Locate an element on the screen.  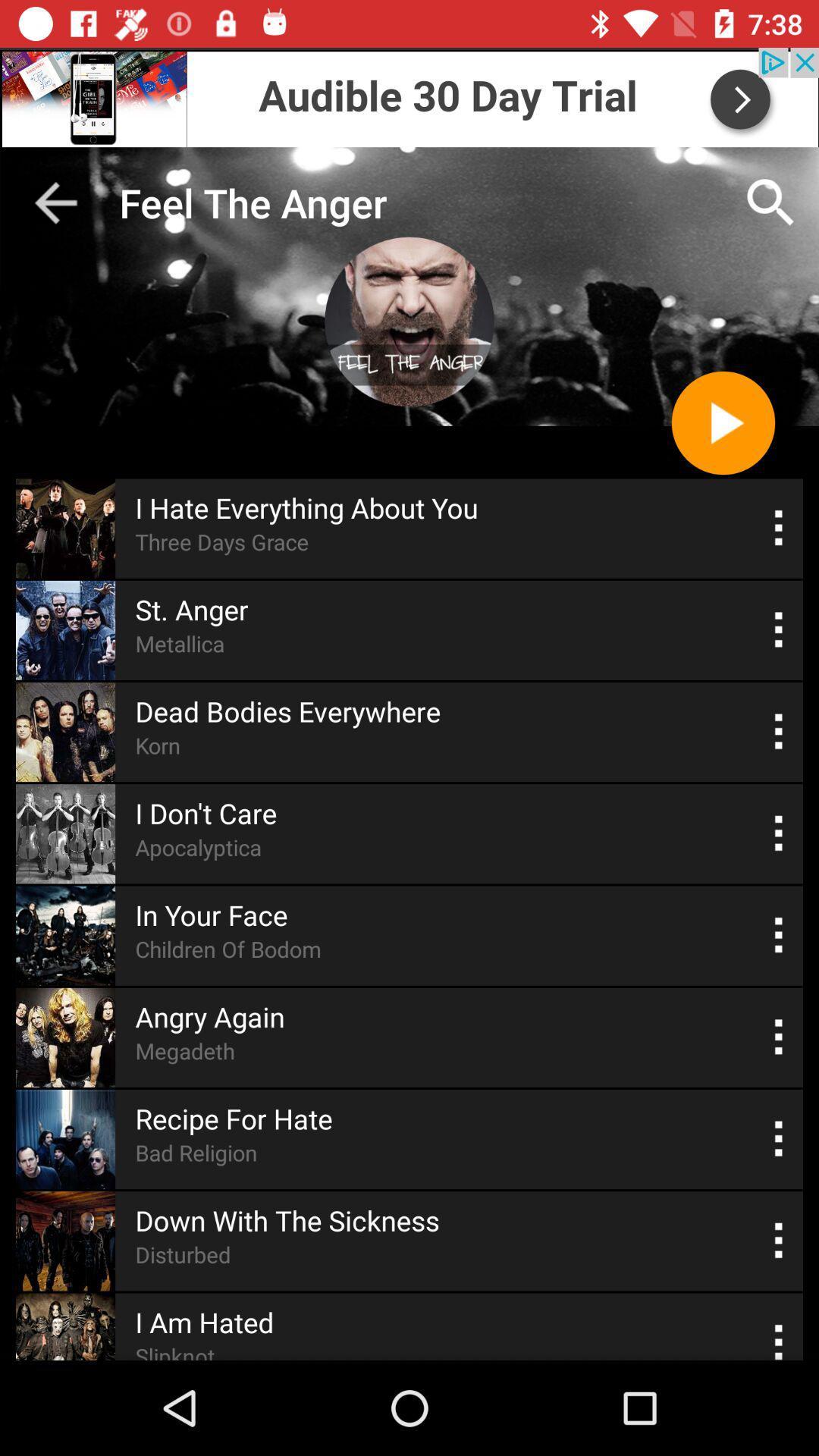
see the options is located at coordinates (779, 1037).